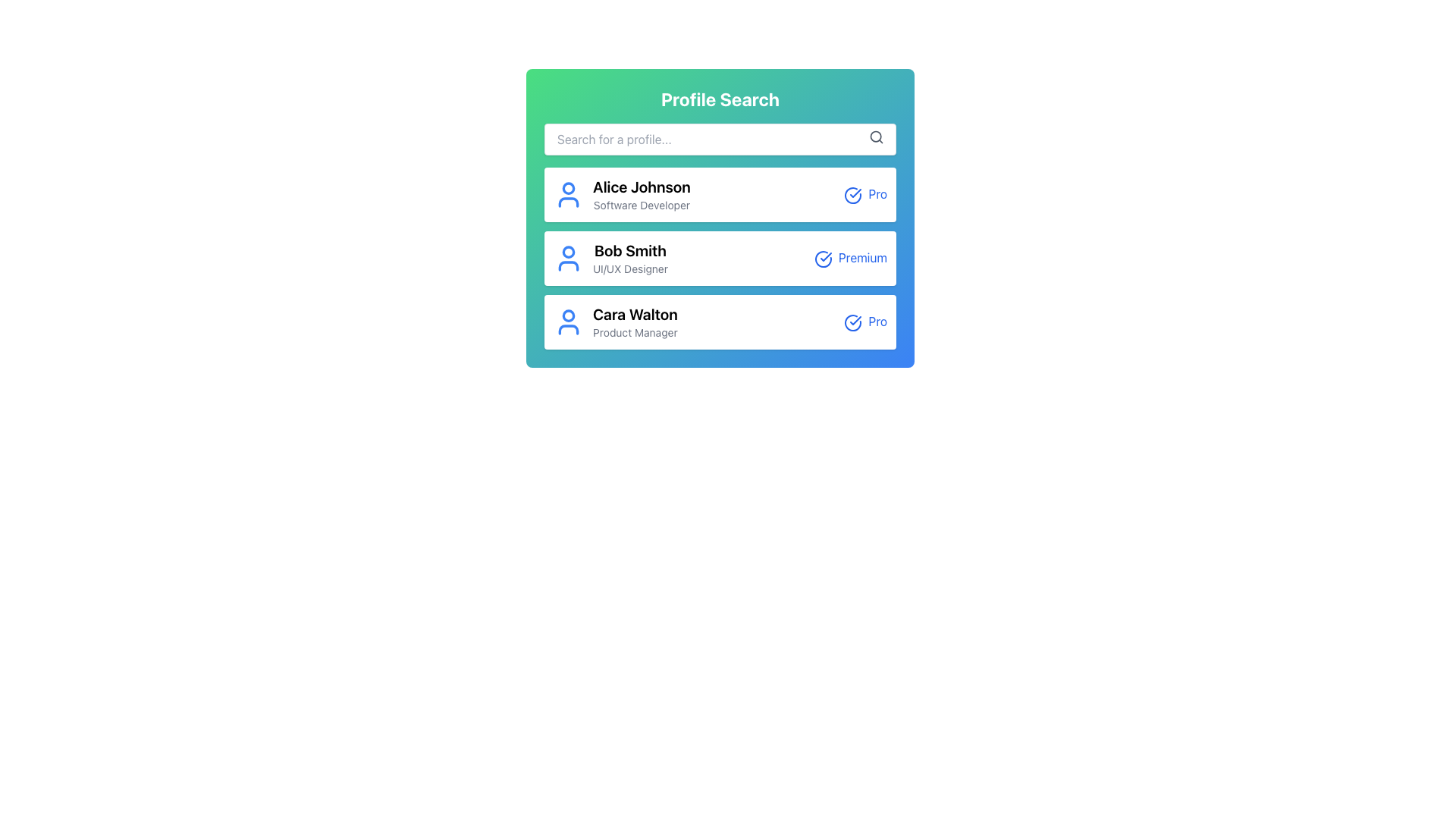 The width and height of the screenshot is (1456, 819). Describe the element at coordinates (850, 257) in the screenshot. I see `the text label reading 'Premium' styled in blue font, located on the rightmost side of the card for 'Bob Smith.'` at that location.